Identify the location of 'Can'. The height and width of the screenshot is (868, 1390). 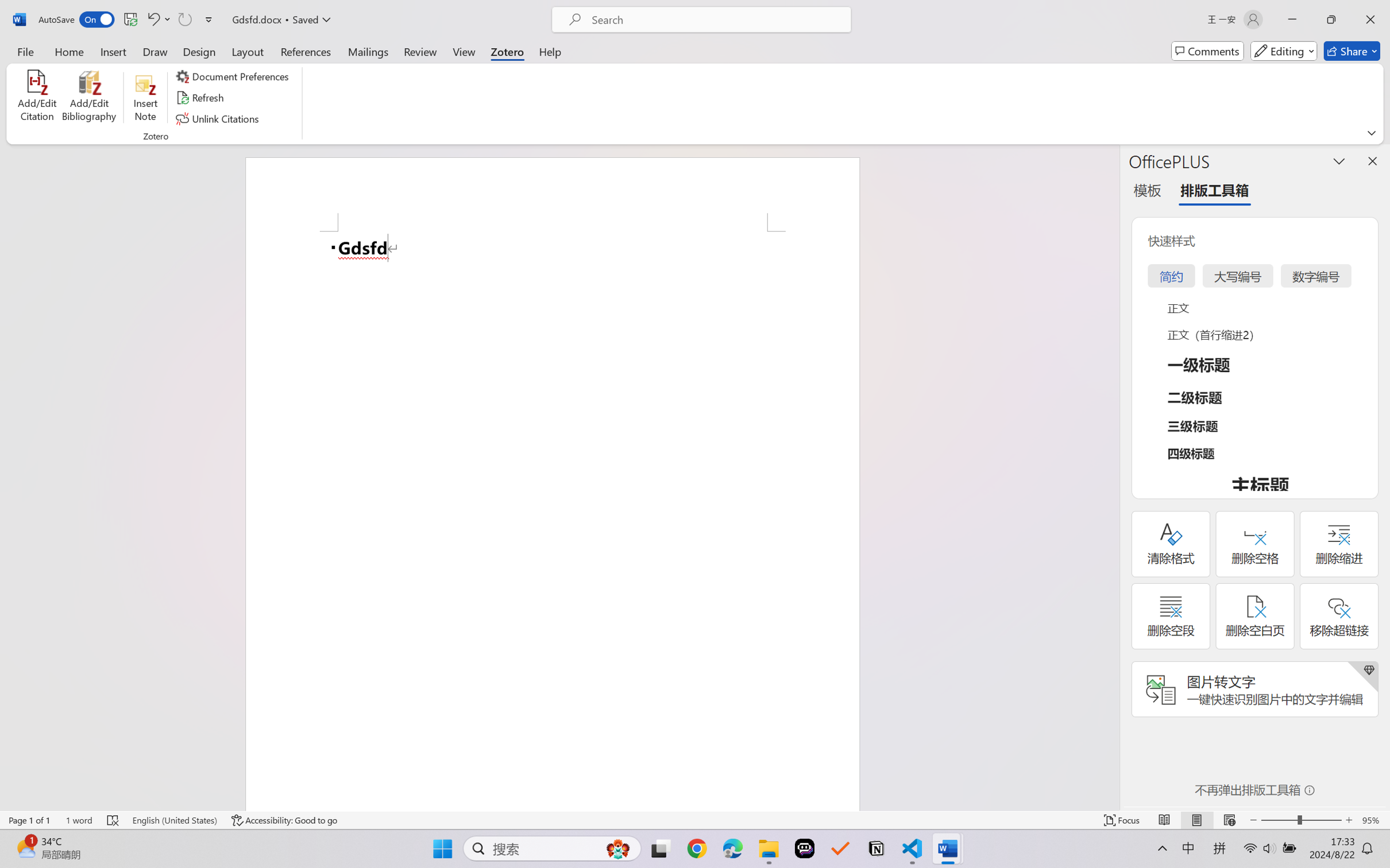
(184, 19).